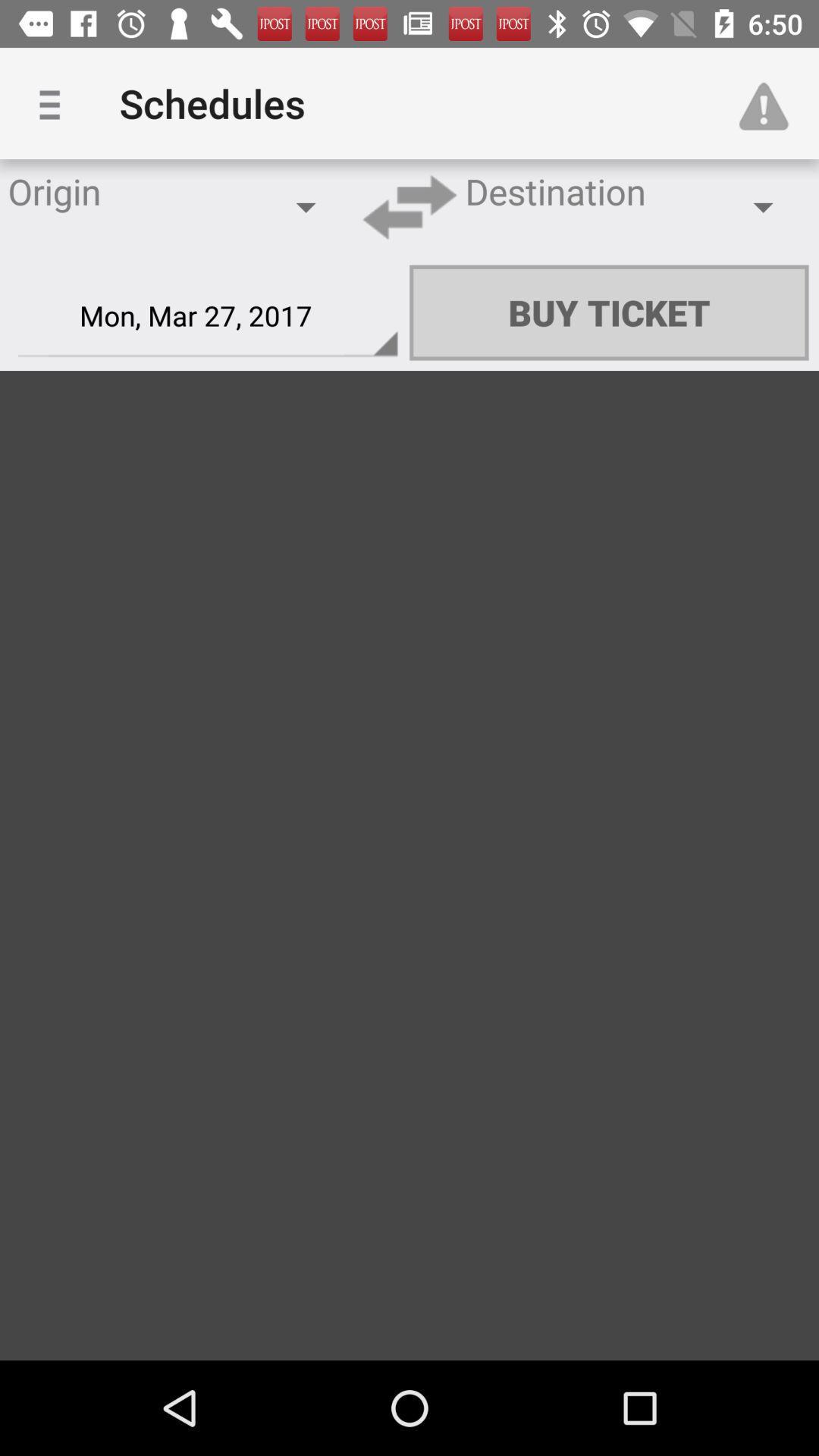  Describe the element at coordinates (608, 312) in the screenshot. I see `the buy ticket icon` at that location.